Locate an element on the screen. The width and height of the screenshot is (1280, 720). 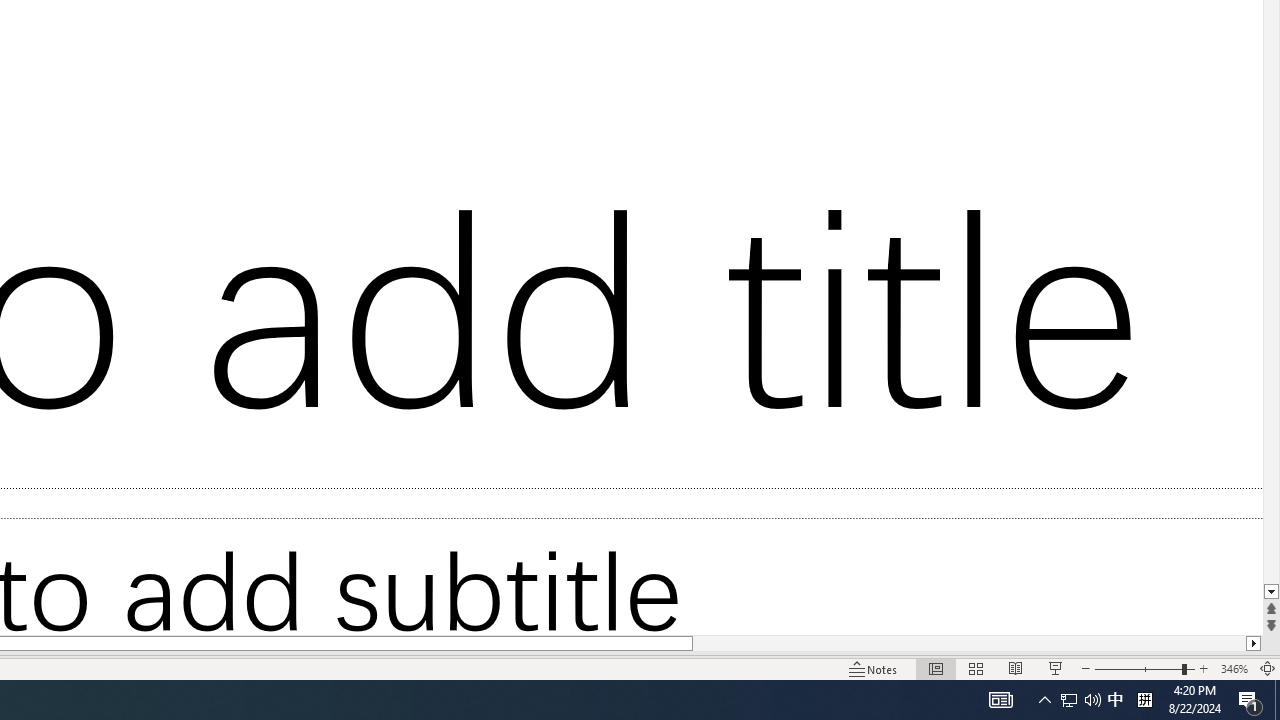
'Zoom to Fit ' is located at coordinates (1266, 669).